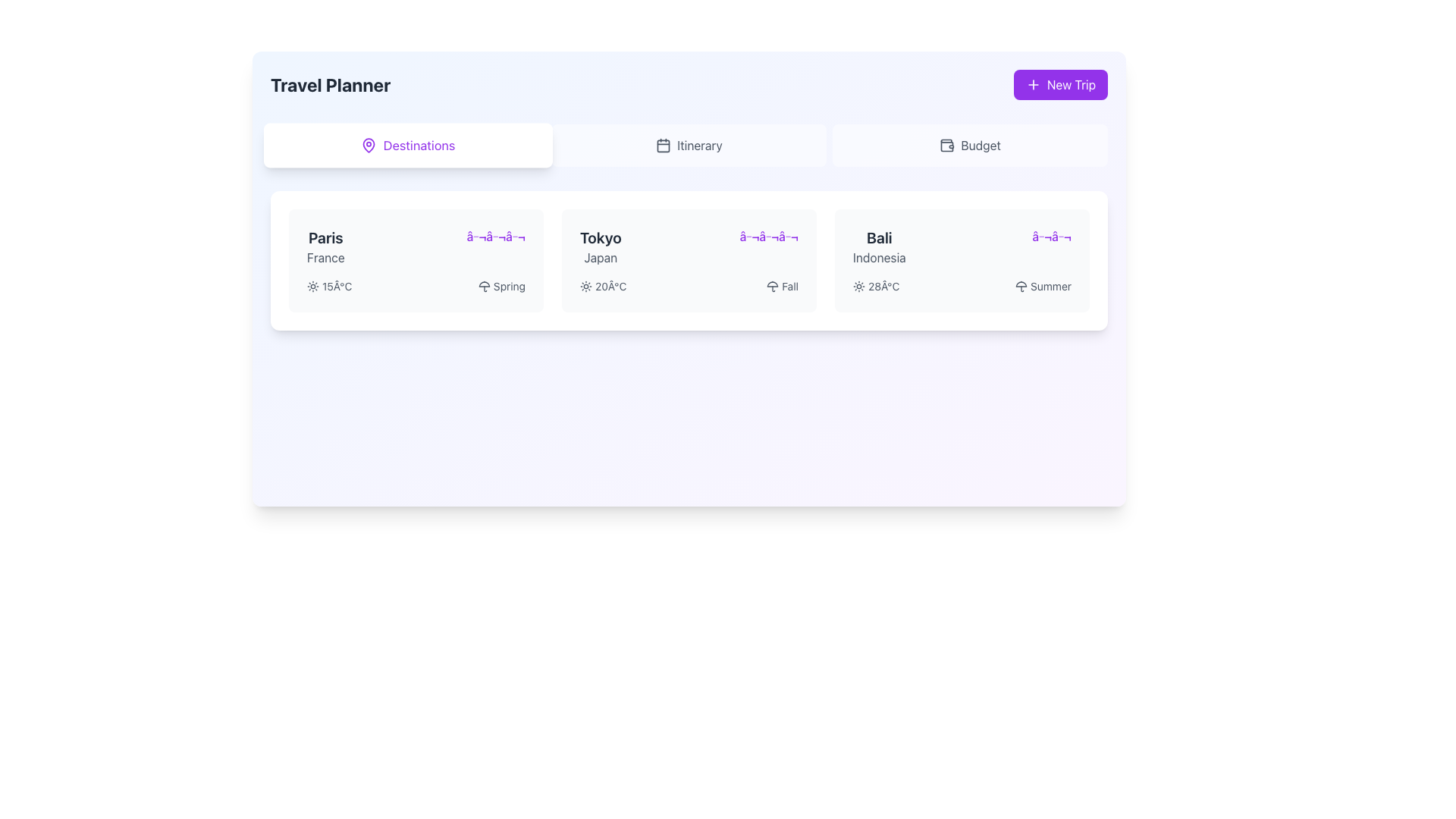 The image size is (1456, 819). What do you see at coordinates (664, 146) in the screenshot?
I see `the 'Itinerary' icon` at bounding box center [664, 146].